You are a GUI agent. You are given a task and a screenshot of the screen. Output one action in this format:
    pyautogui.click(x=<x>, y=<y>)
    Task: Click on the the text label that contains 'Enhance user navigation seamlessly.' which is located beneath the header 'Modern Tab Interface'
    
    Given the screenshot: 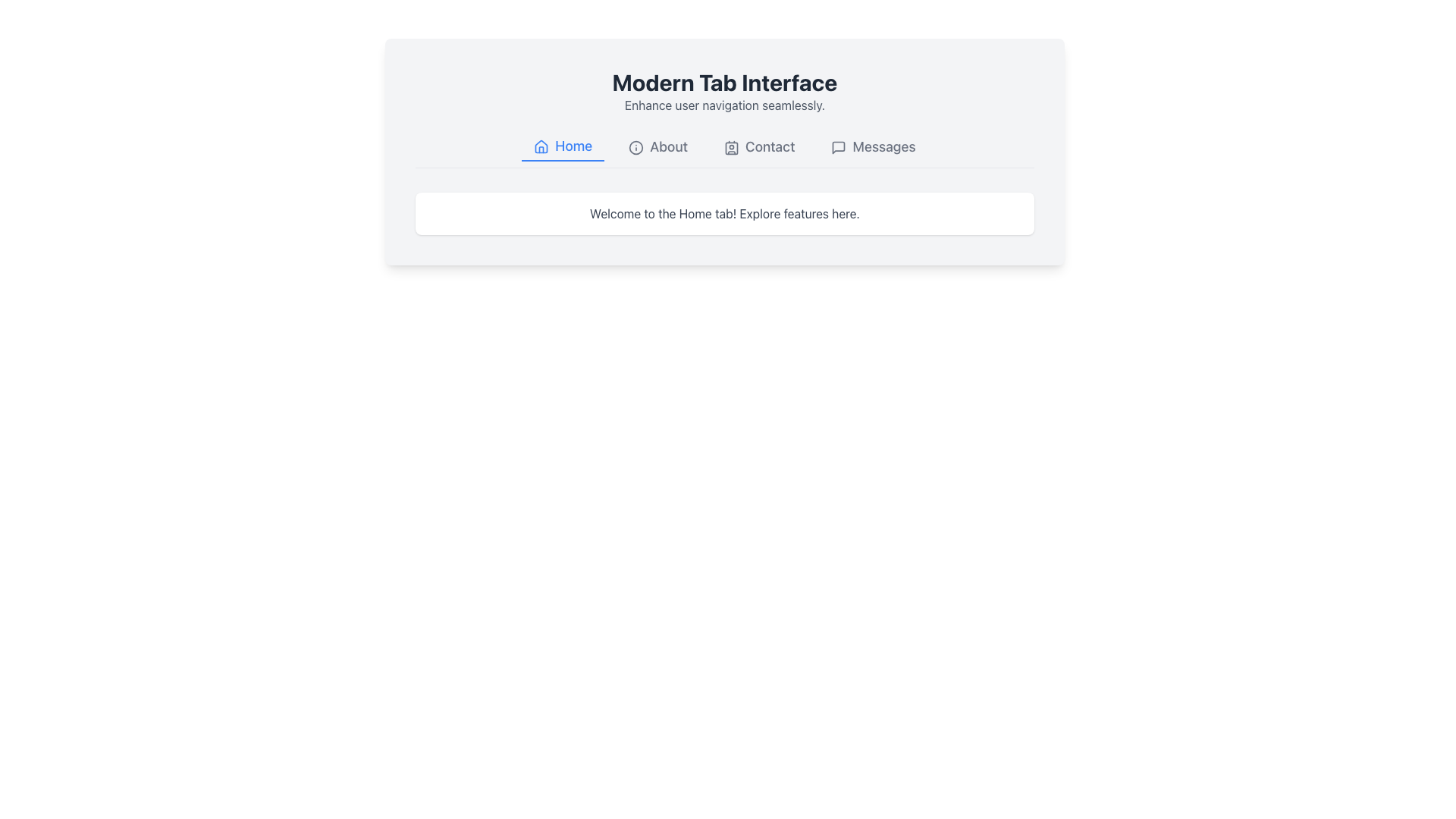 What is the action you would take?
    pyautogui.click(x=723, y=104)
    